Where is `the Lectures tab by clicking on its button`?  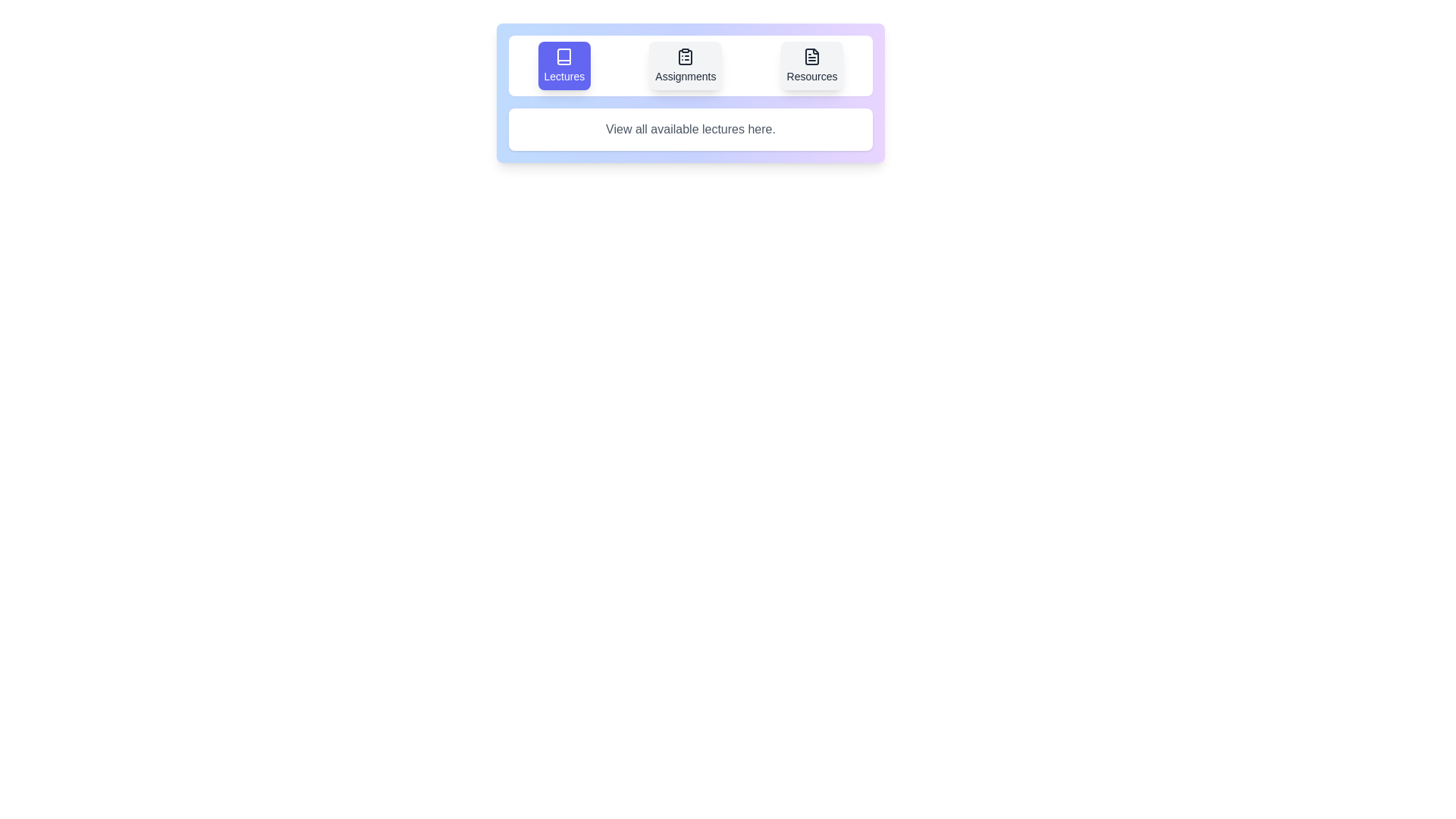
the Lectures tab by clicking on its button is located at coordinates (563, 65).